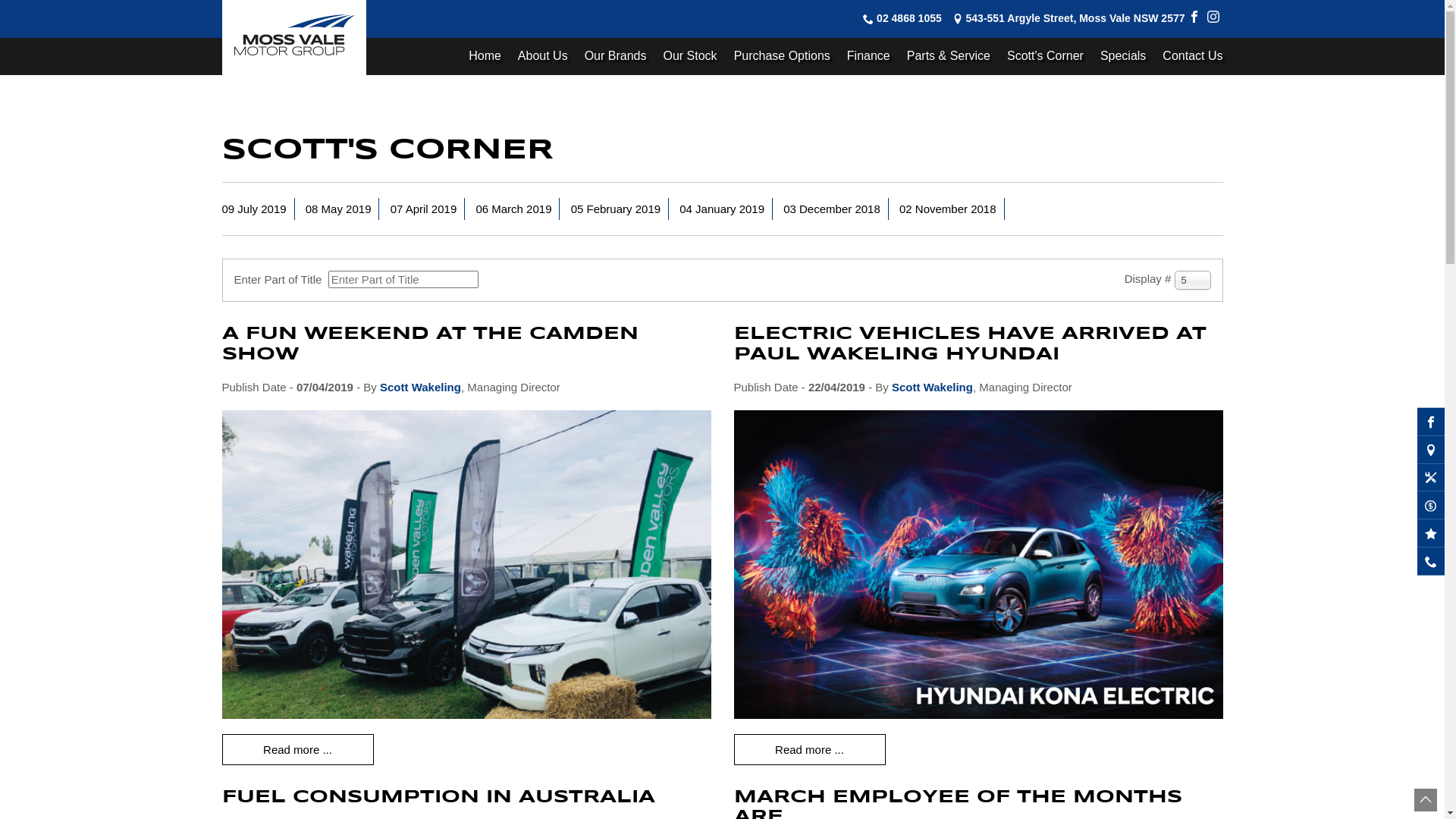  What do you see at coordinates (689, 55) in the screenshot?
I see `'Our Stock'` at bounding box center [689, 55].